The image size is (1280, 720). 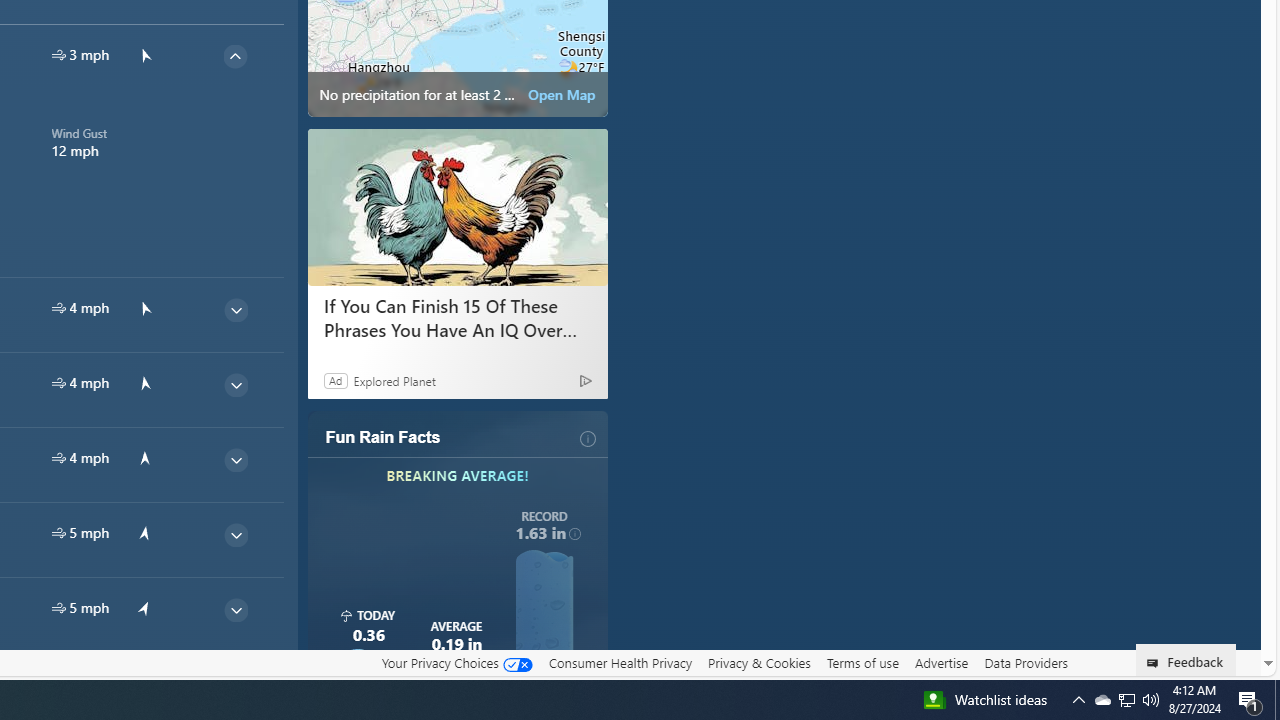 I want to click on 'Open Map', so click(x=560, y=95).